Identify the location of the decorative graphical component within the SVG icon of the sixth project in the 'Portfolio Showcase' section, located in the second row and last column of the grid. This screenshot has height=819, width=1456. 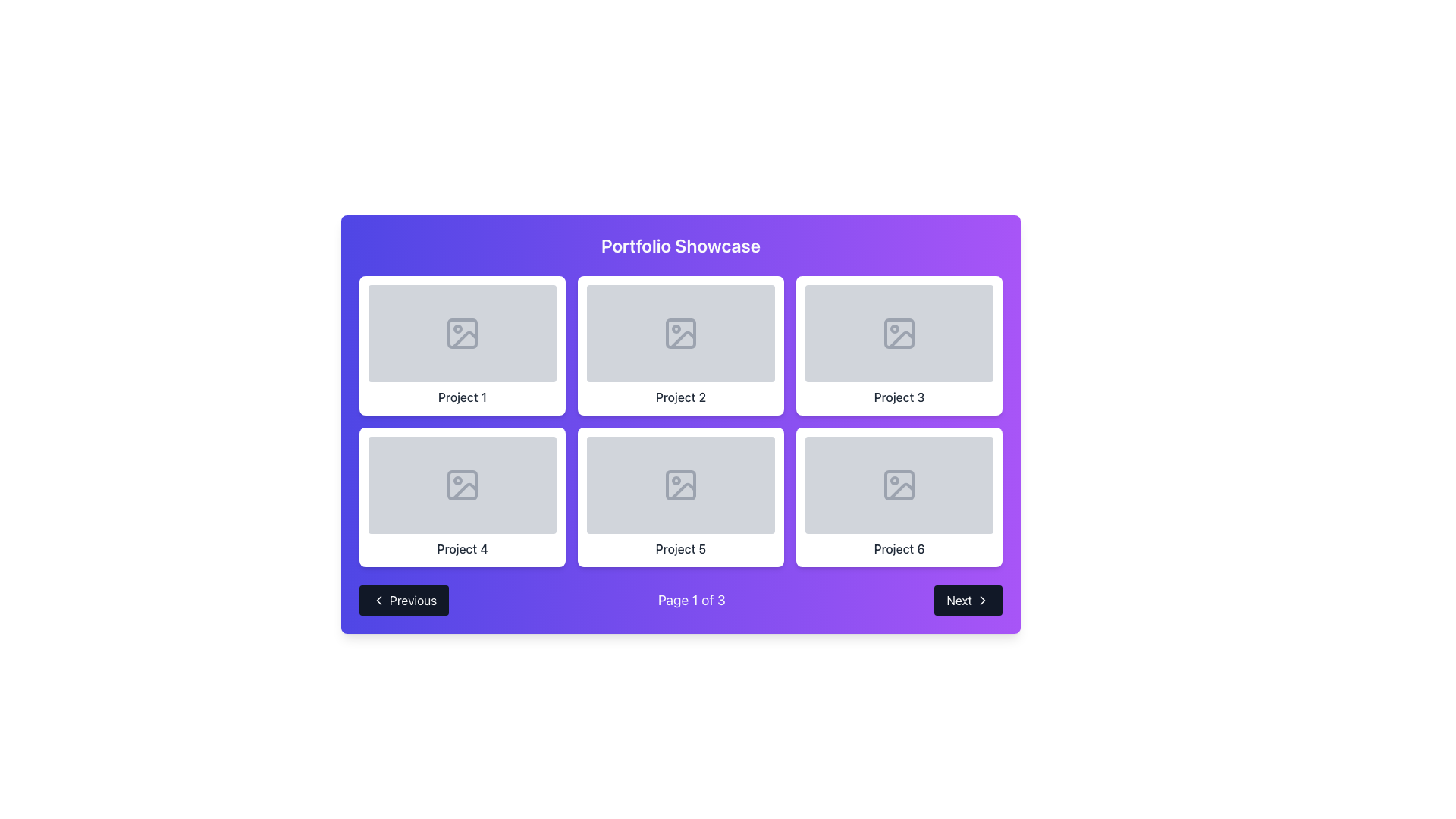
(902, 491).